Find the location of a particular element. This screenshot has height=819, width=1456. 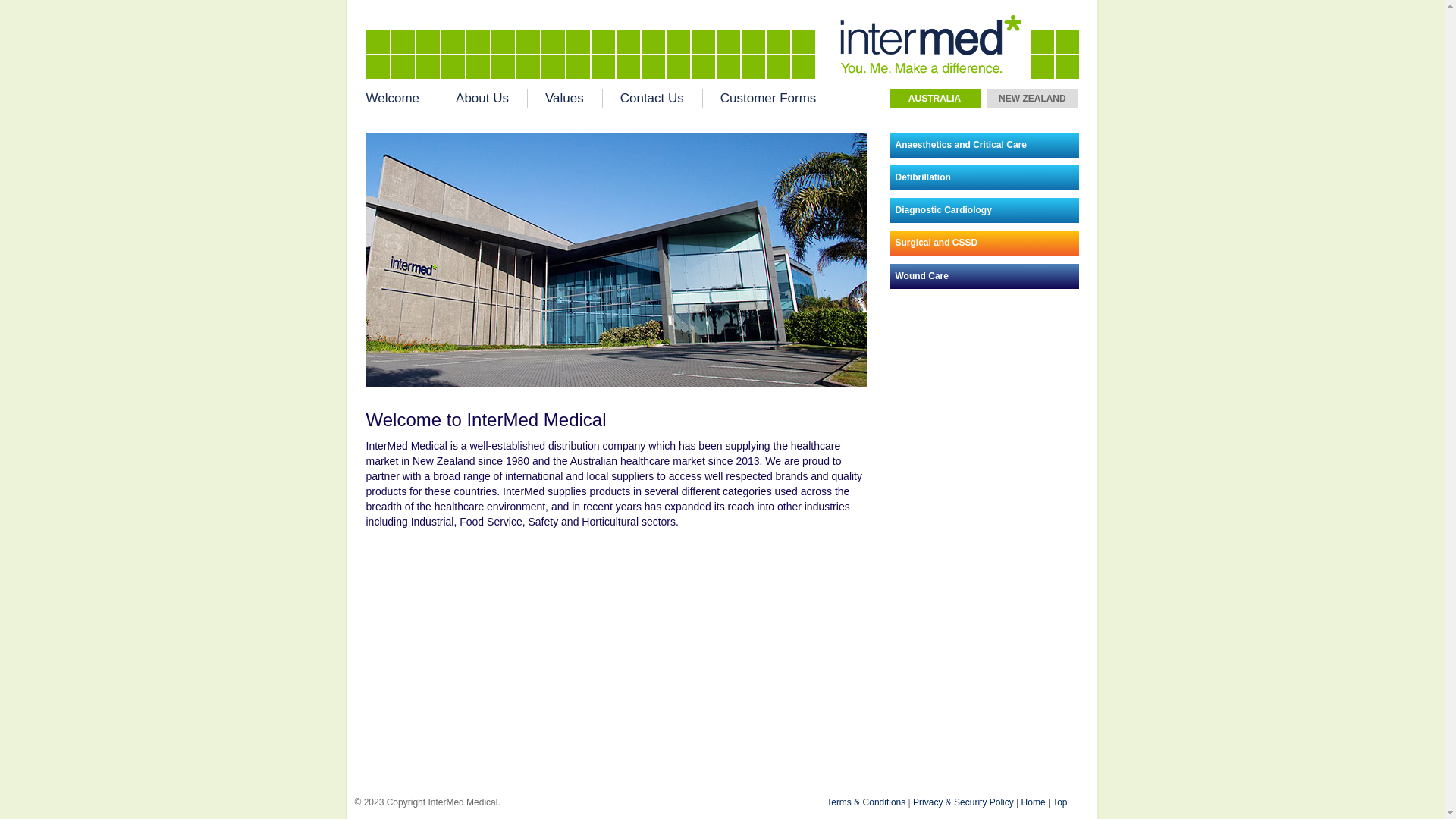

'Wound Care' is located at coordinates (983, 276).